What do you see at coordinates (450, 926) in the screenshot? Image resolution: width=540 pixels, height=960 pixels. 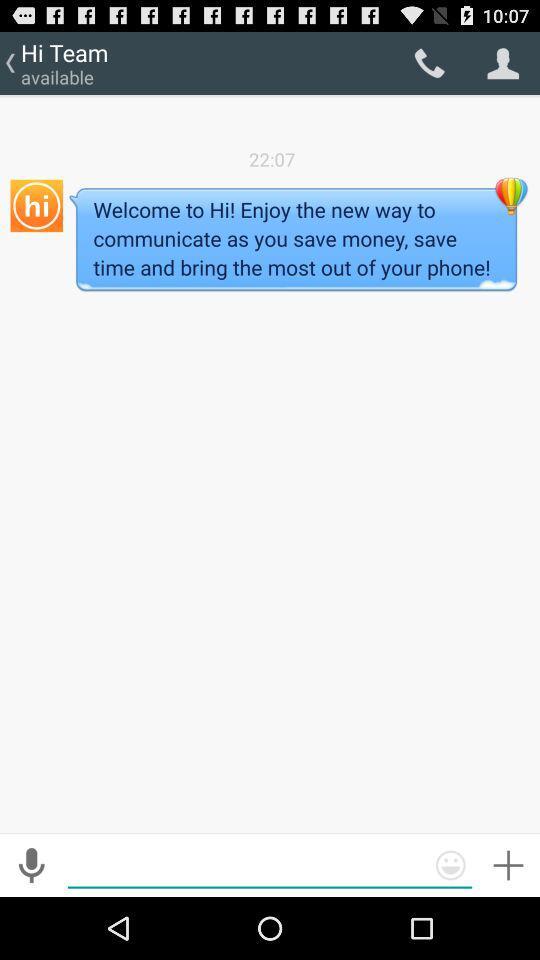 I see `the emoji icon` at bounding box center [450, 926].